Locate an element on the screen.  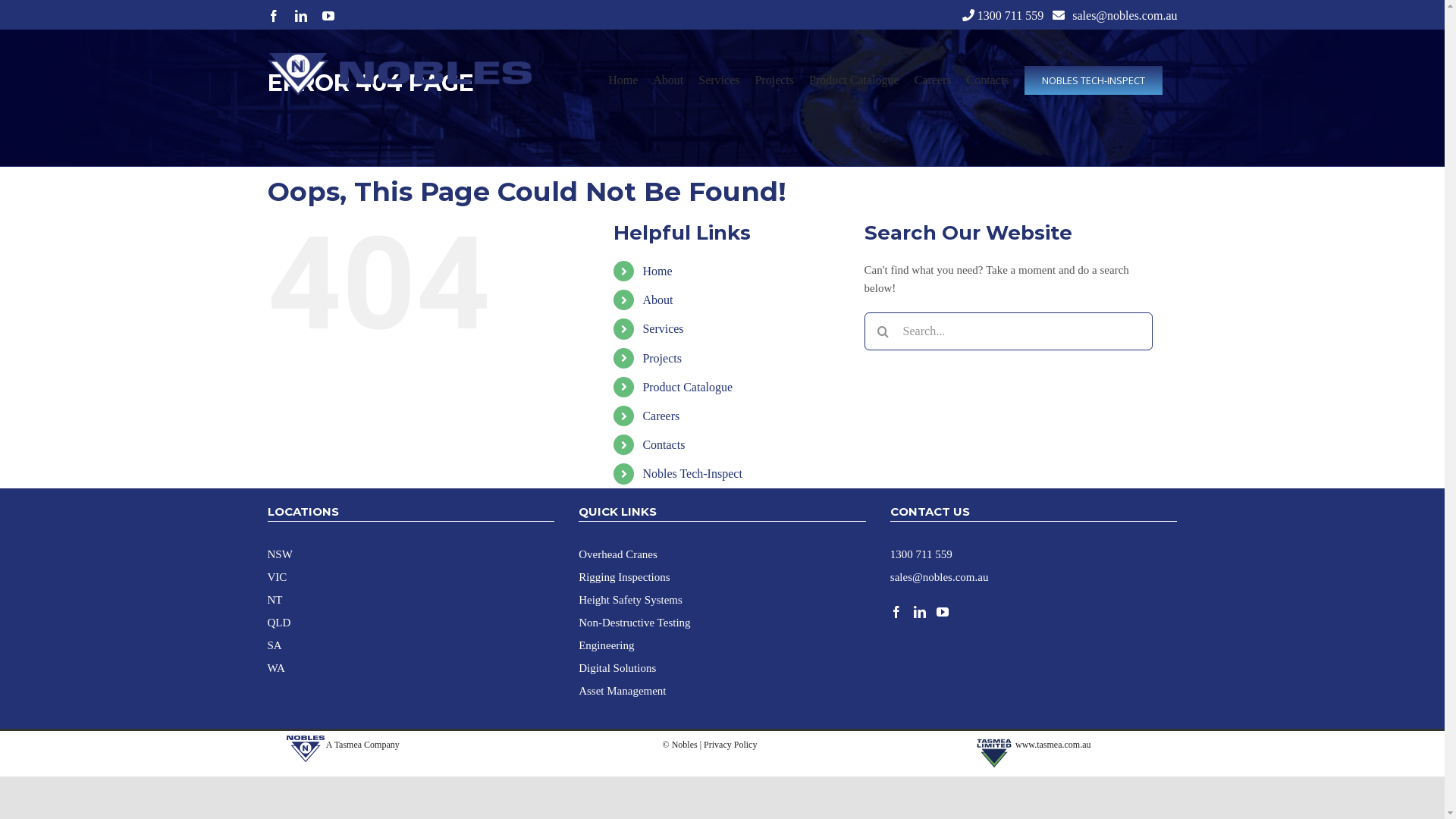
'Home' is located at coordinates (657, 270).